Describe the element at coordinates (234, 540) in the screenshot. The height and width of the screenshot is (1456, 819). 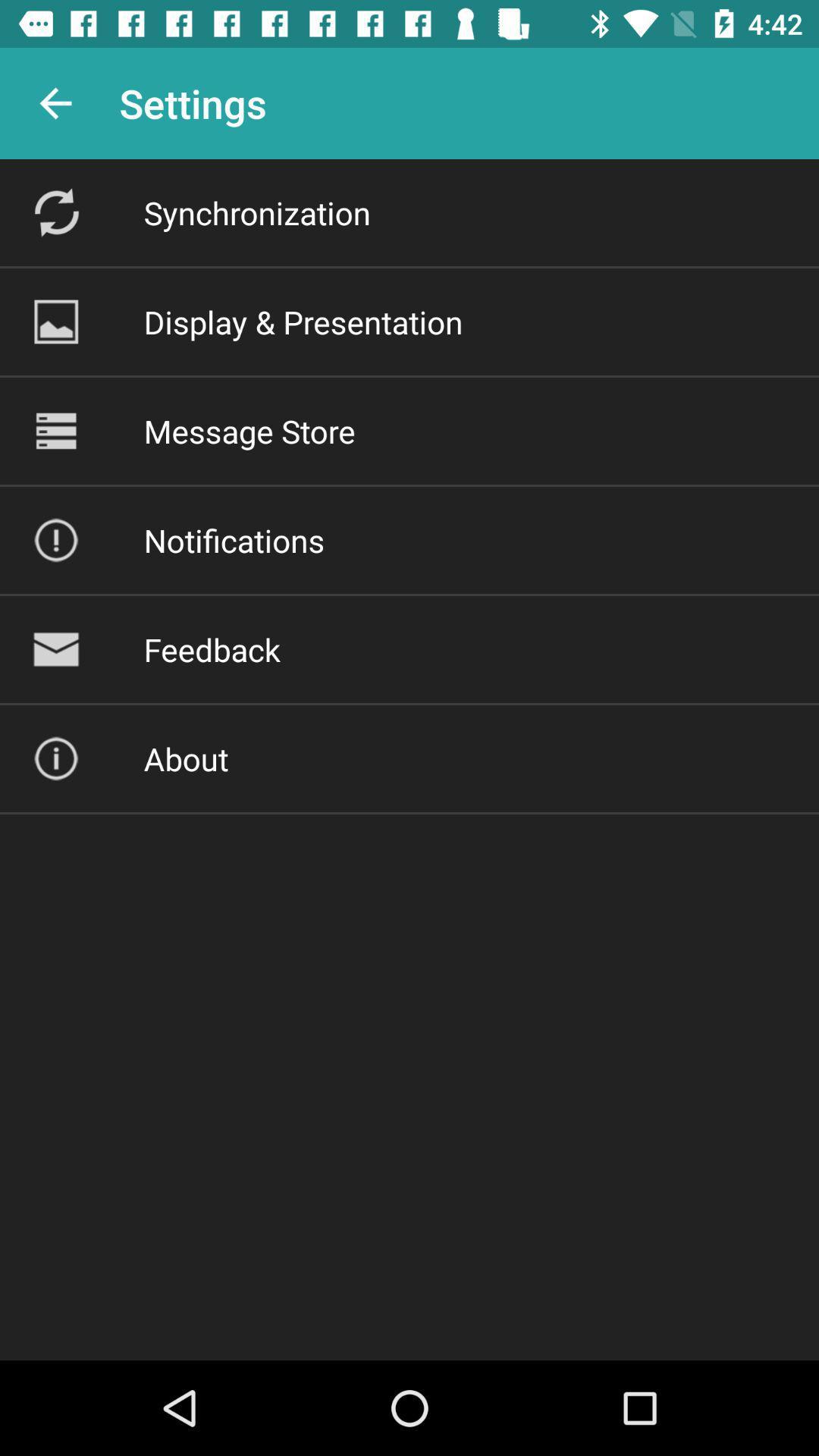
I see `icon above the feedback item` at that location.